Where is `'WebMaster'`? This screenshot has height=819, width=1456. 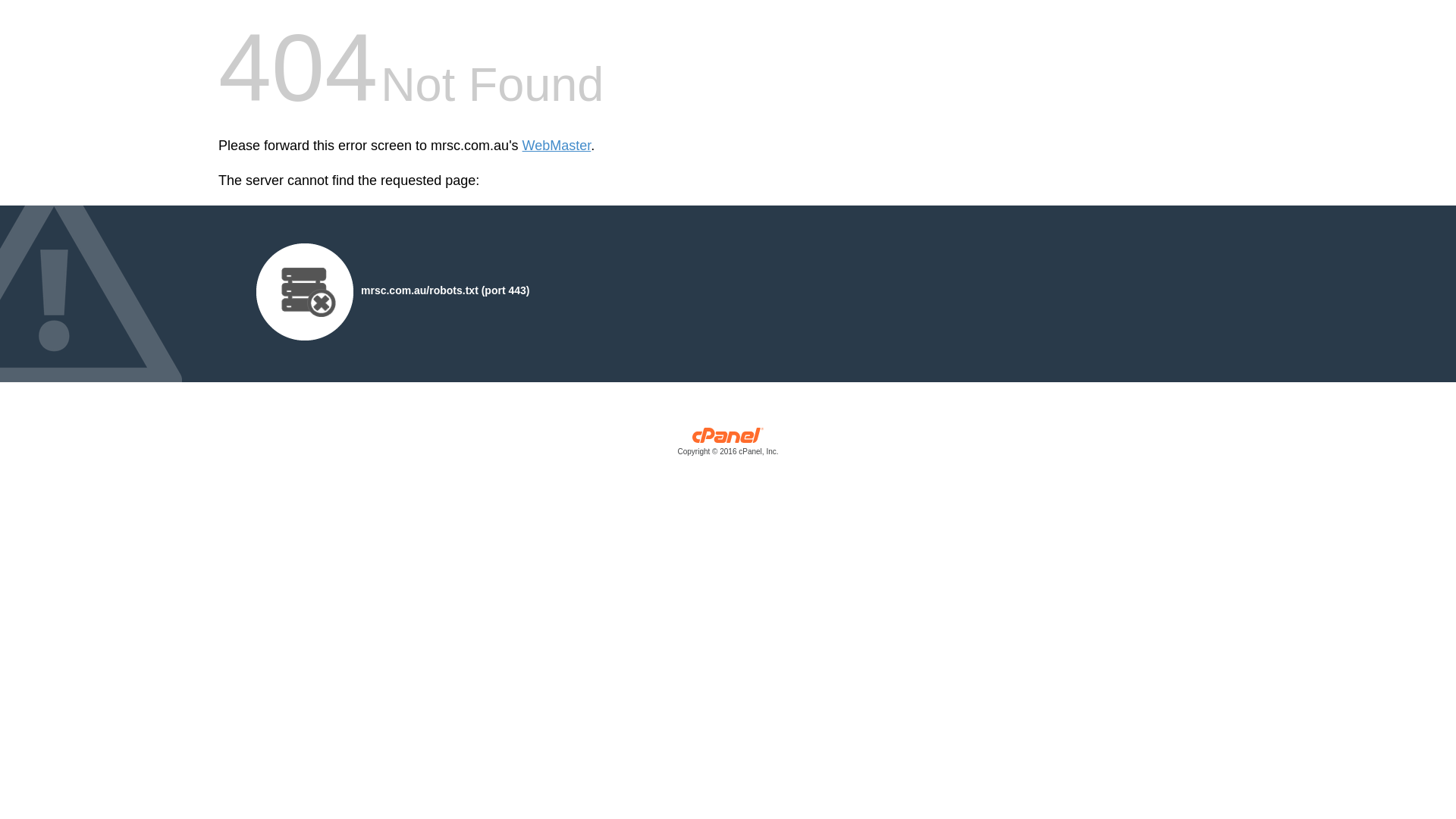 'WebMaster' is located at coordinates (522, 146).